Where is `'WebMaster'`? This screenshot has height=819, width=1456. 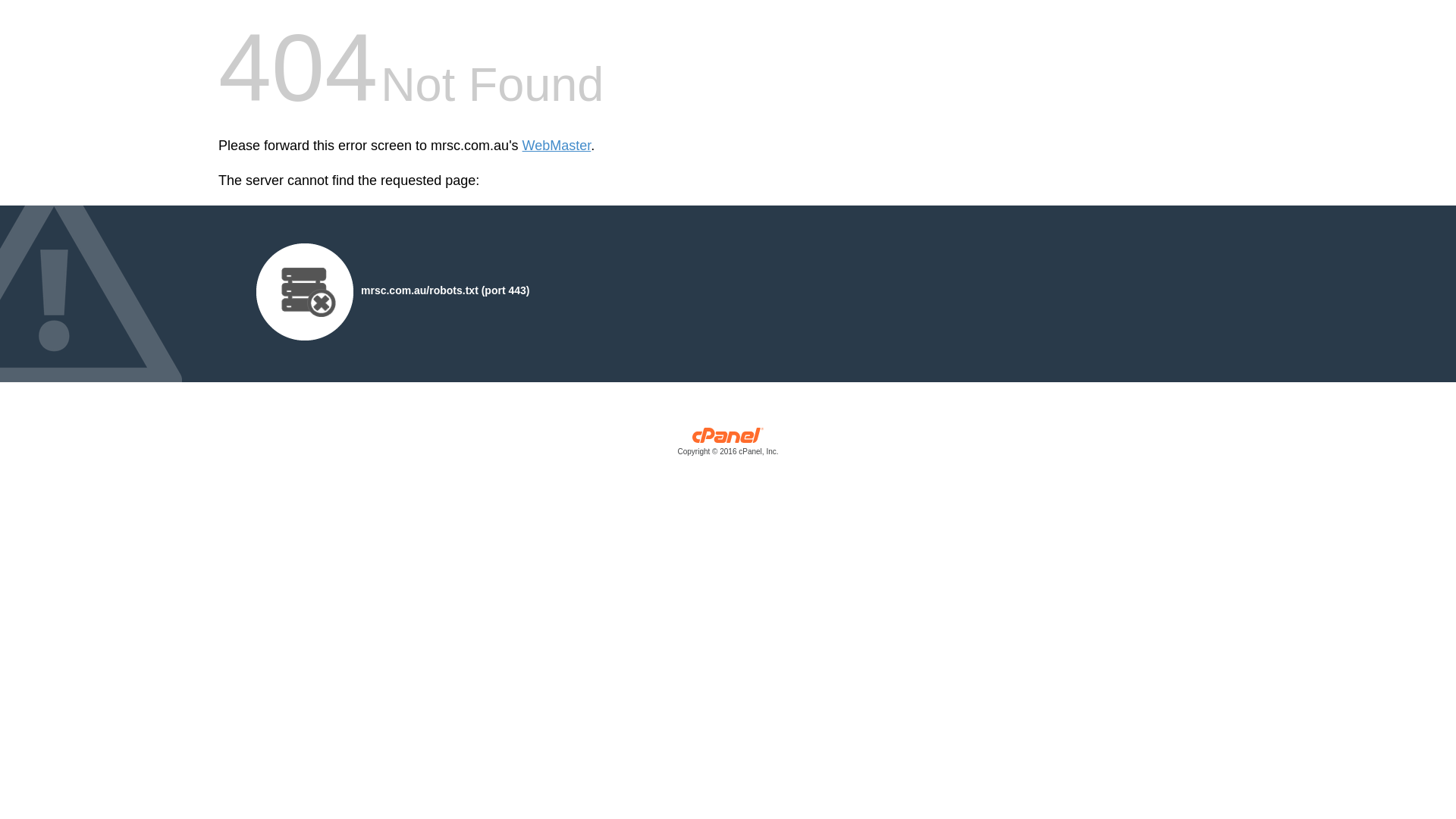 'WebMaster' is located at coordinates (522, 146).